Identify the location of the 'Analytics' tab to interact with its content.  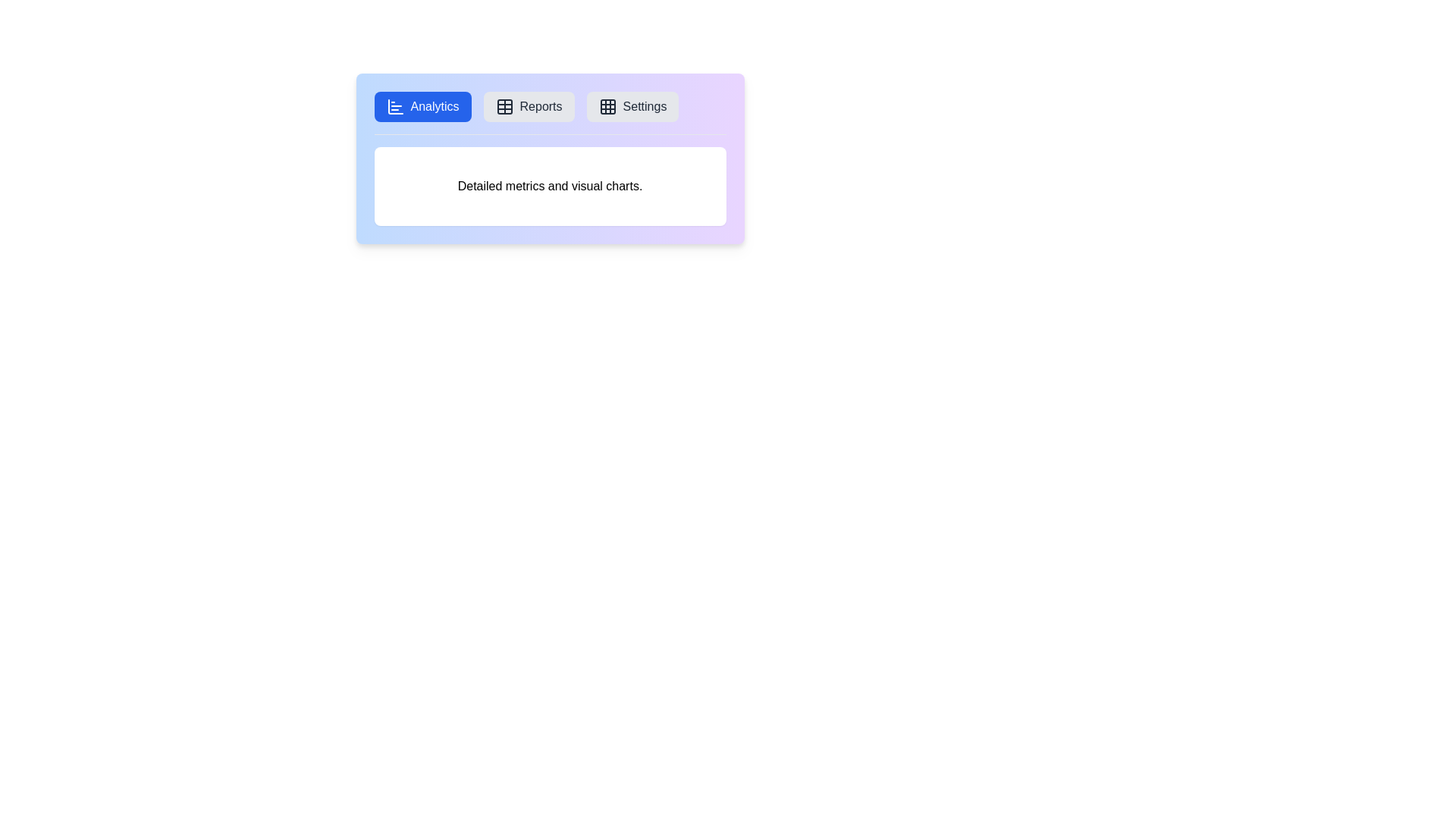
(422, 106).